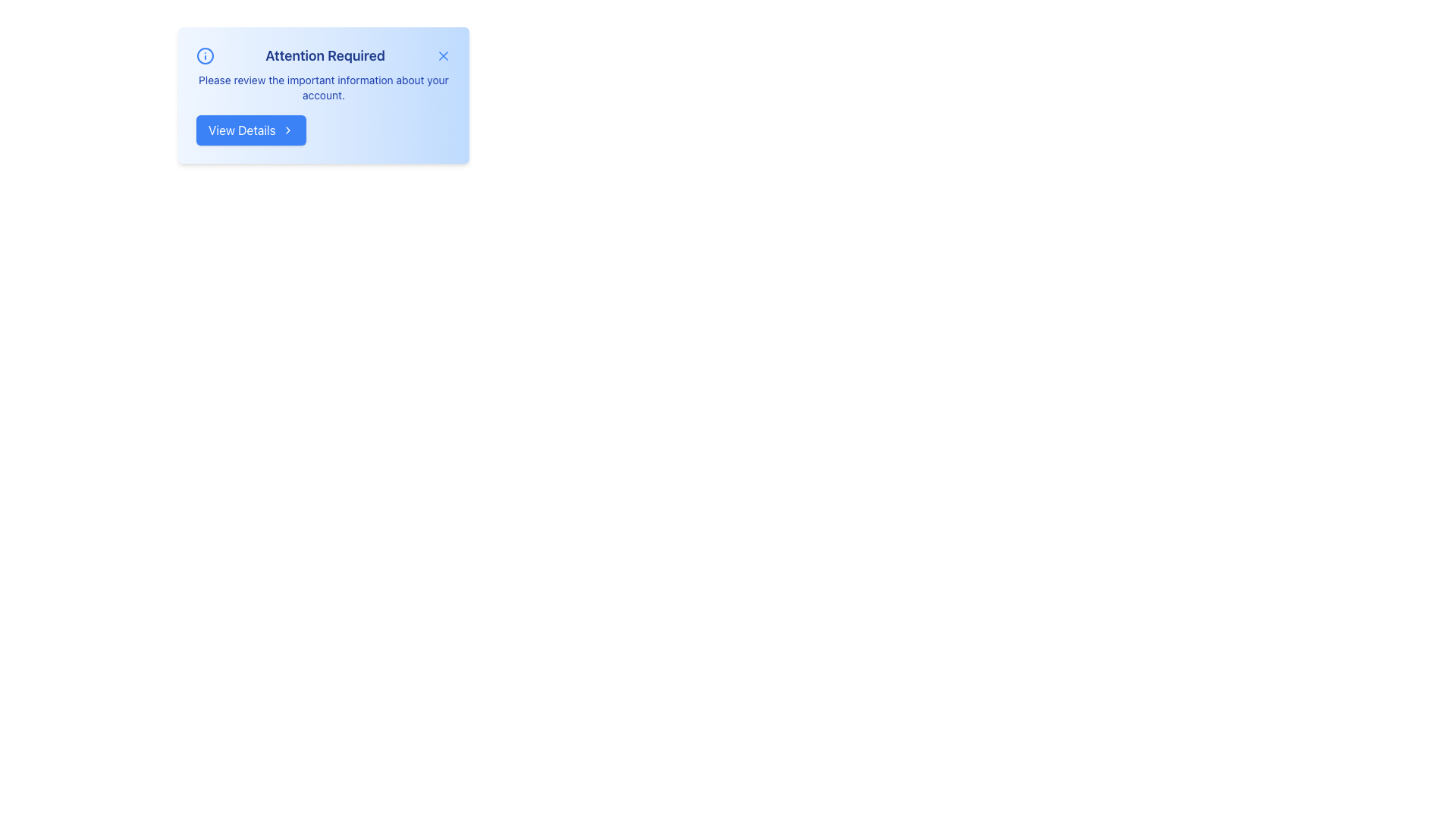 The image size is (1456, 819). What do you see at coordinates (323, 87) in the screenshot?
I see `the informational text located below the title 'Attention Required', which provides instructions for the user to review their account's details` at bounding box center [323, 87].